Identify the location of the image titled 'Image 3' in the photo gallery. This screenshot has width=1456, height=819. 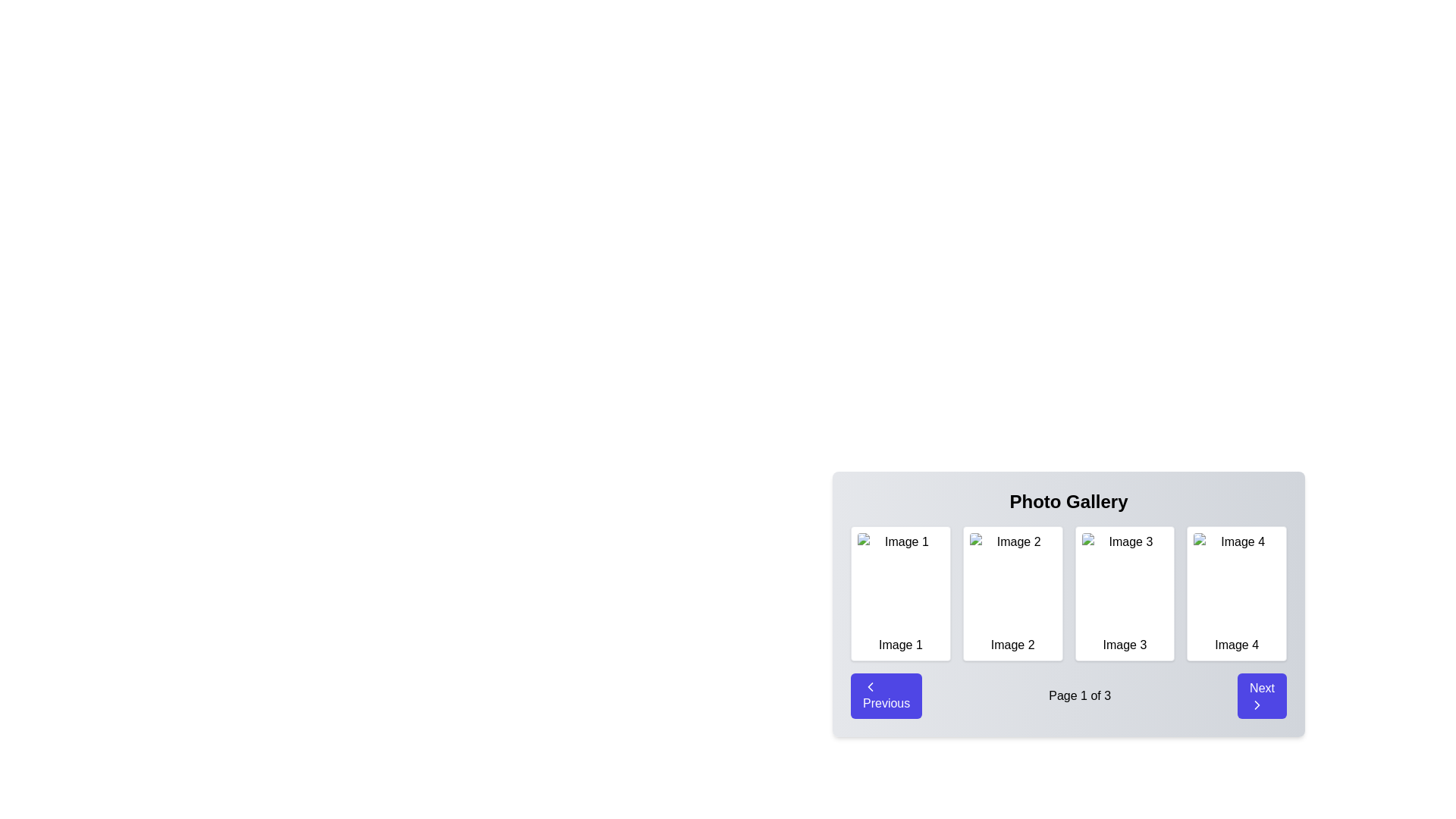
(1125, 581).